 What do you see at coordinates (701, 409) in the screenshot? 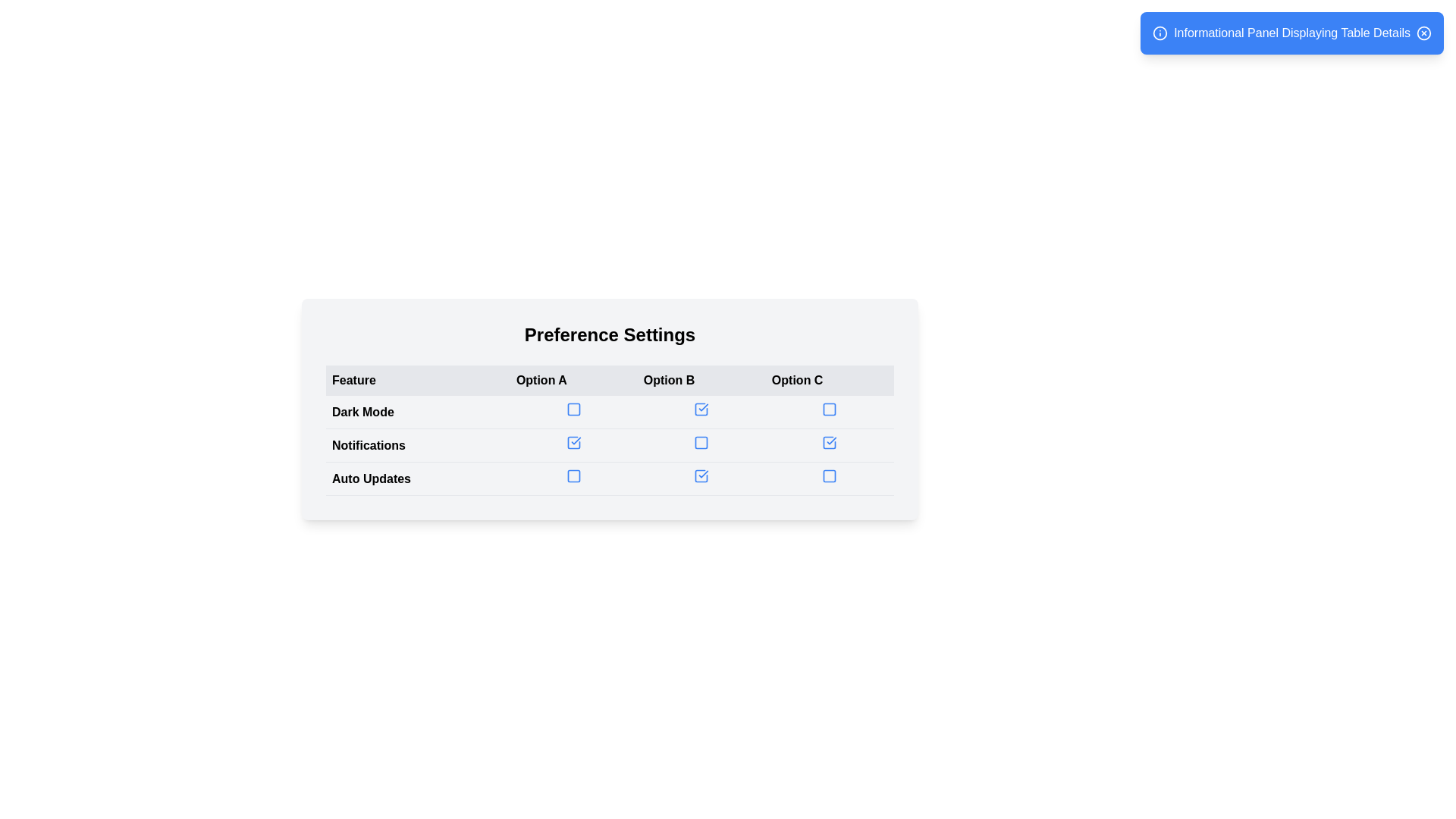
I see `the checkbox for 'Option B' in the 'Preference Settings' table, which toggles the 'Dark Mode' feature` at bounding box center [701, 409].